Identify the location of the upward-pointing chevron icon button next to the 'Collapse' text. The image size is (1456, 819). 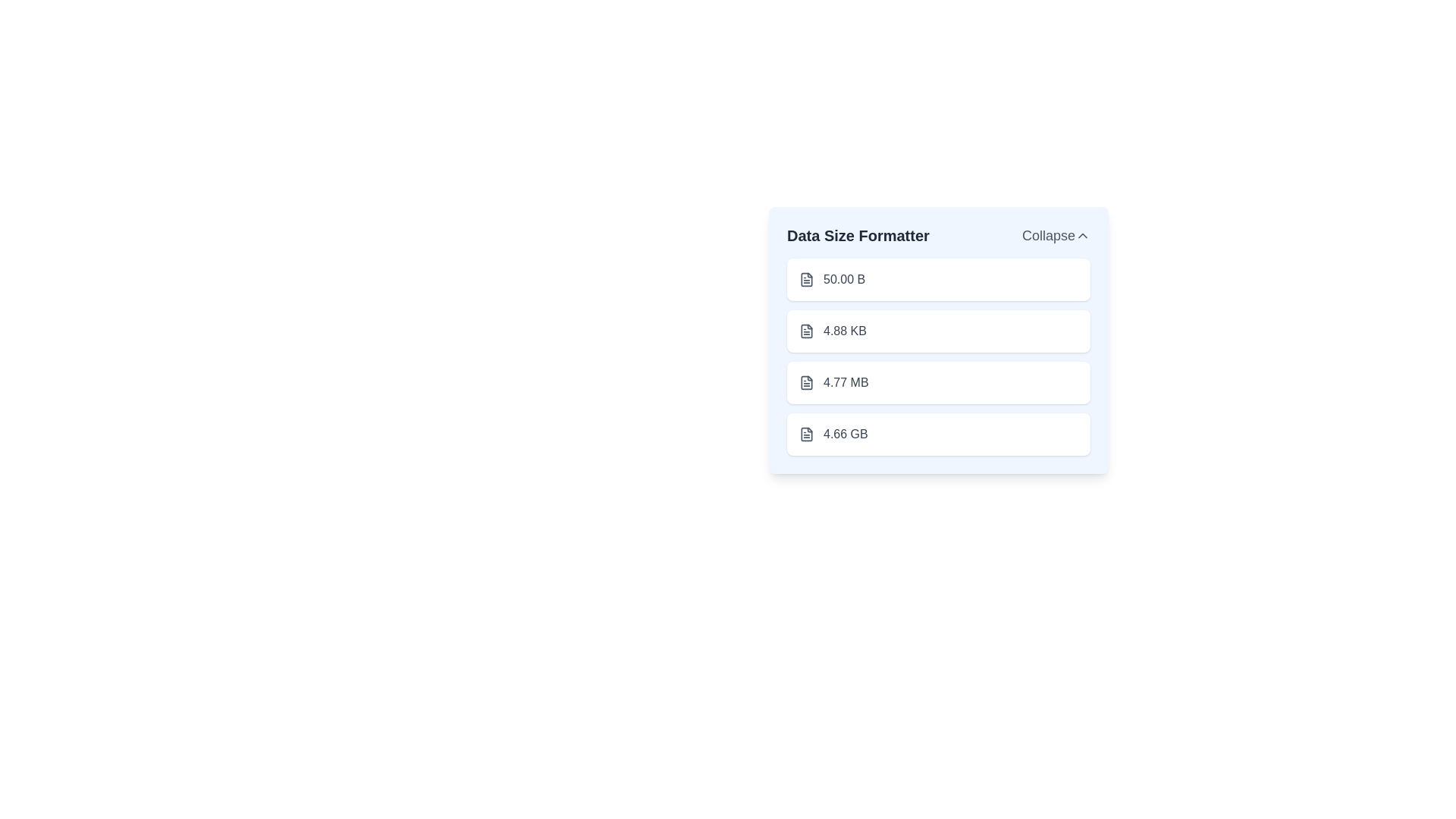
(1082, 236).